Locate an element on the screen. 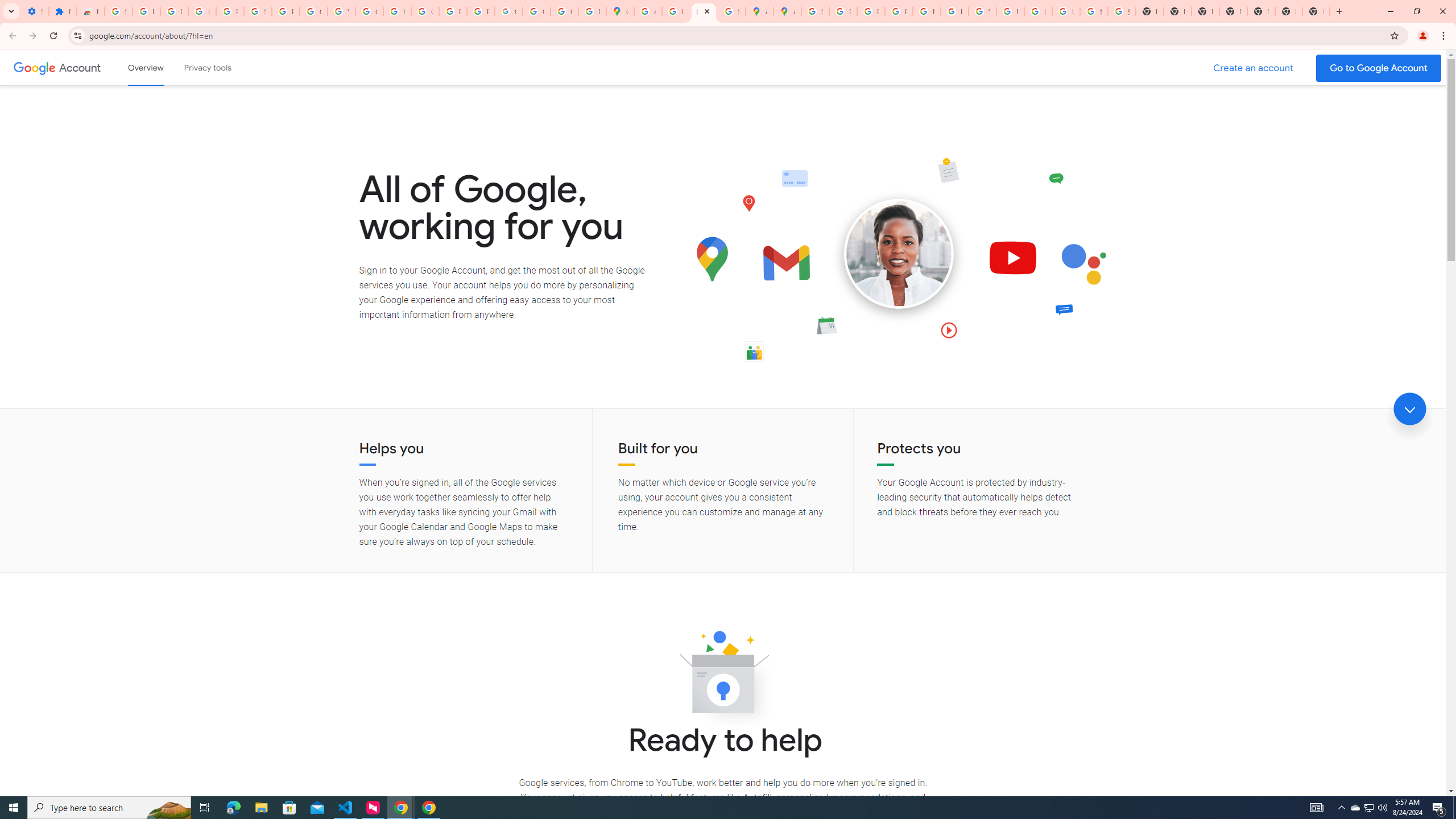 The width and height of the screenshot is (1456, 819). 'Jump link' is located at coordinates (1409, 409).